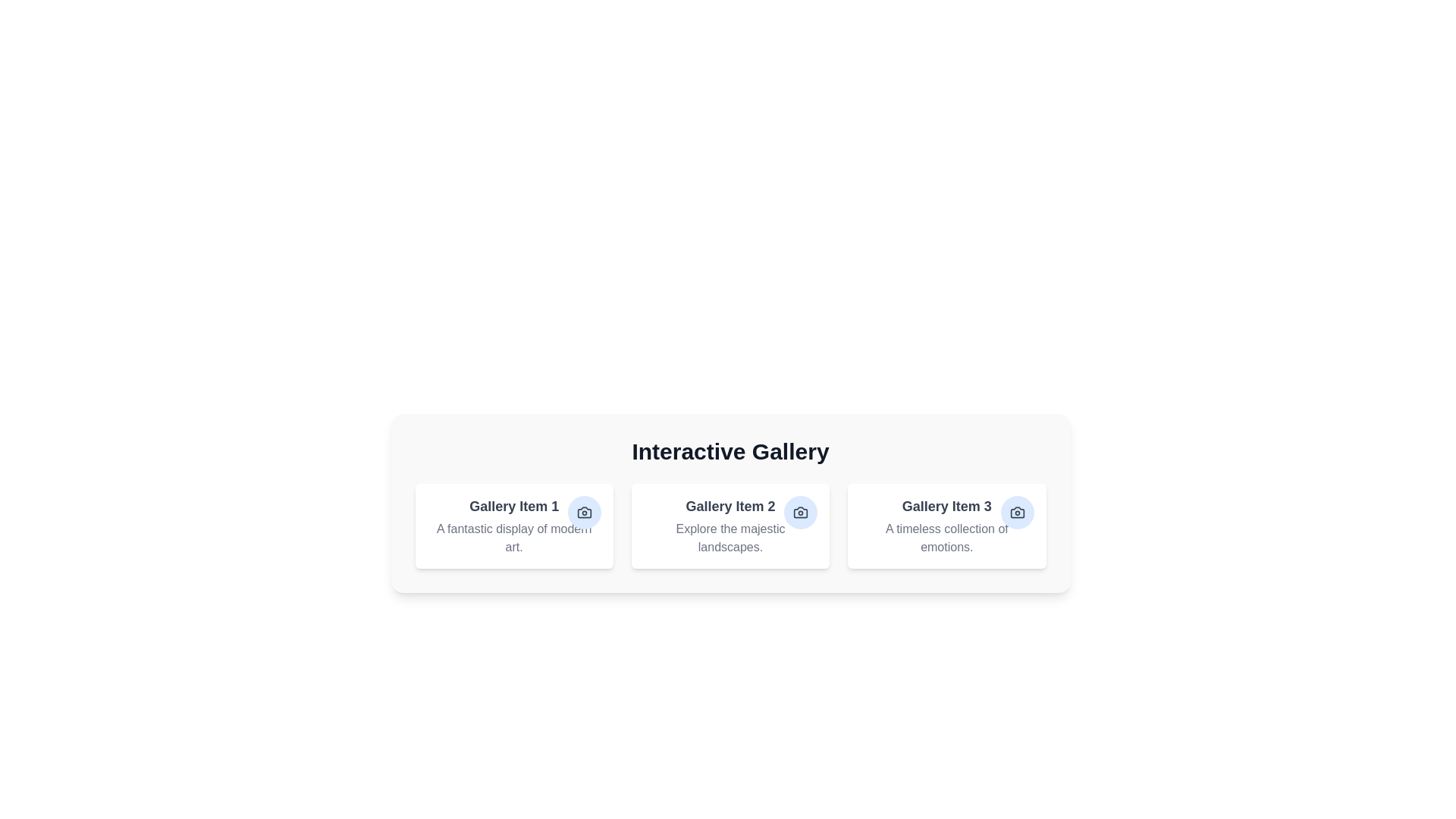 The image size is (1456, 819). What do you see at coordinates (946, 526) in the screenshot?
I see `the gallery item with the title Gallery Item 3` at bounding box center [946, 526].